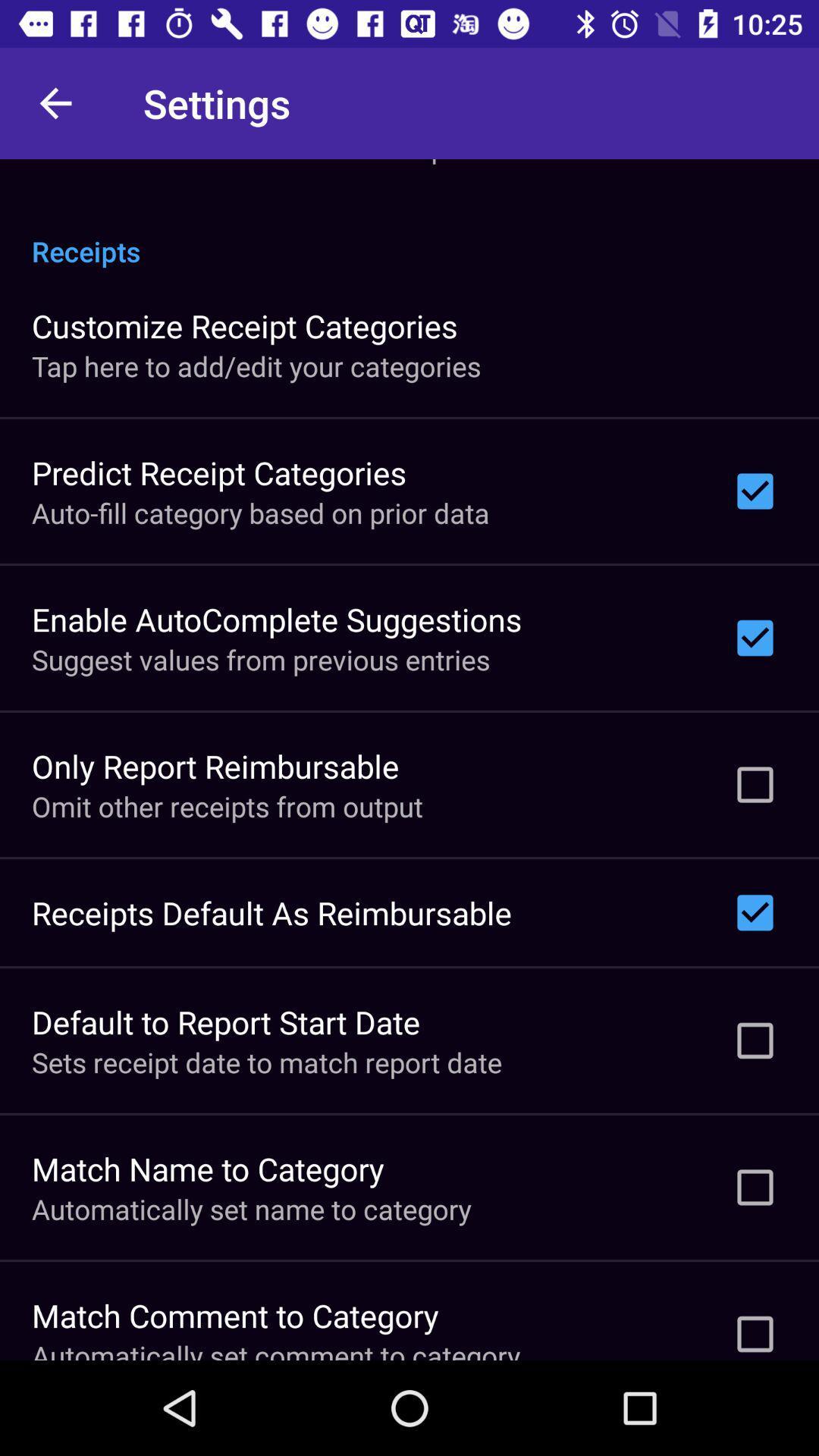 Image resolution: width=819 pixels, height=1456 pixels. I want to click on the omit other receipts item, so click(227, 805).